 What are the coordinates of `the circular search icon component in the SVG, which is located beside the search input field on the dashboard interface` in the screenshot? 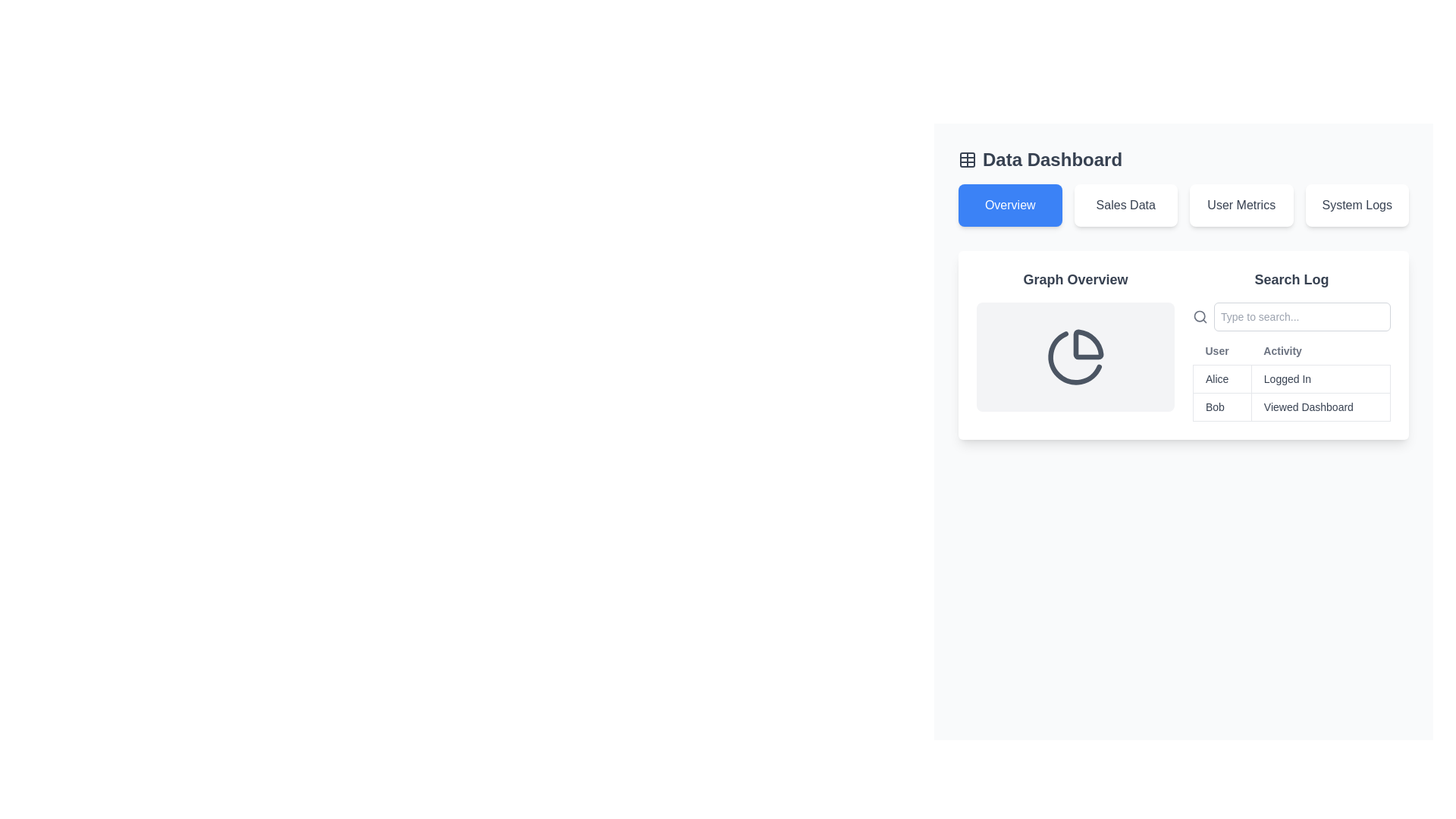 It's located at (1199, 315).